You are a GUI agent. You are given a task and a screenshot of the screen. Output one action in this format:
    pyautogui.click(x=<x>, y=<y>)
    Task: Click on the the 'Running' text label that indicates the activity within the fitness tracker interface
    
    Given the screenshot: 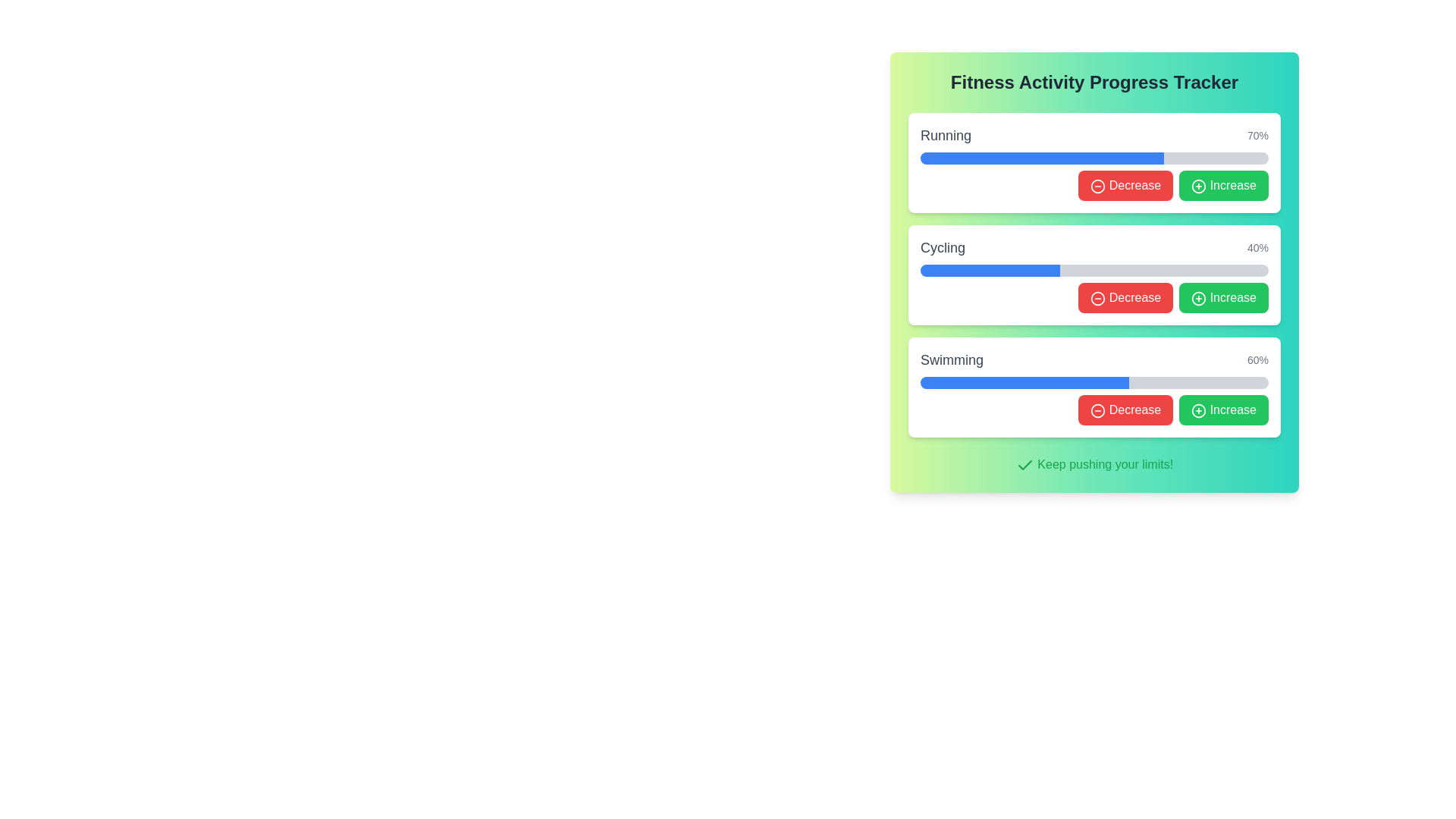 What is the action you would take?
    pyautogui.click(x=945, y=134)
    